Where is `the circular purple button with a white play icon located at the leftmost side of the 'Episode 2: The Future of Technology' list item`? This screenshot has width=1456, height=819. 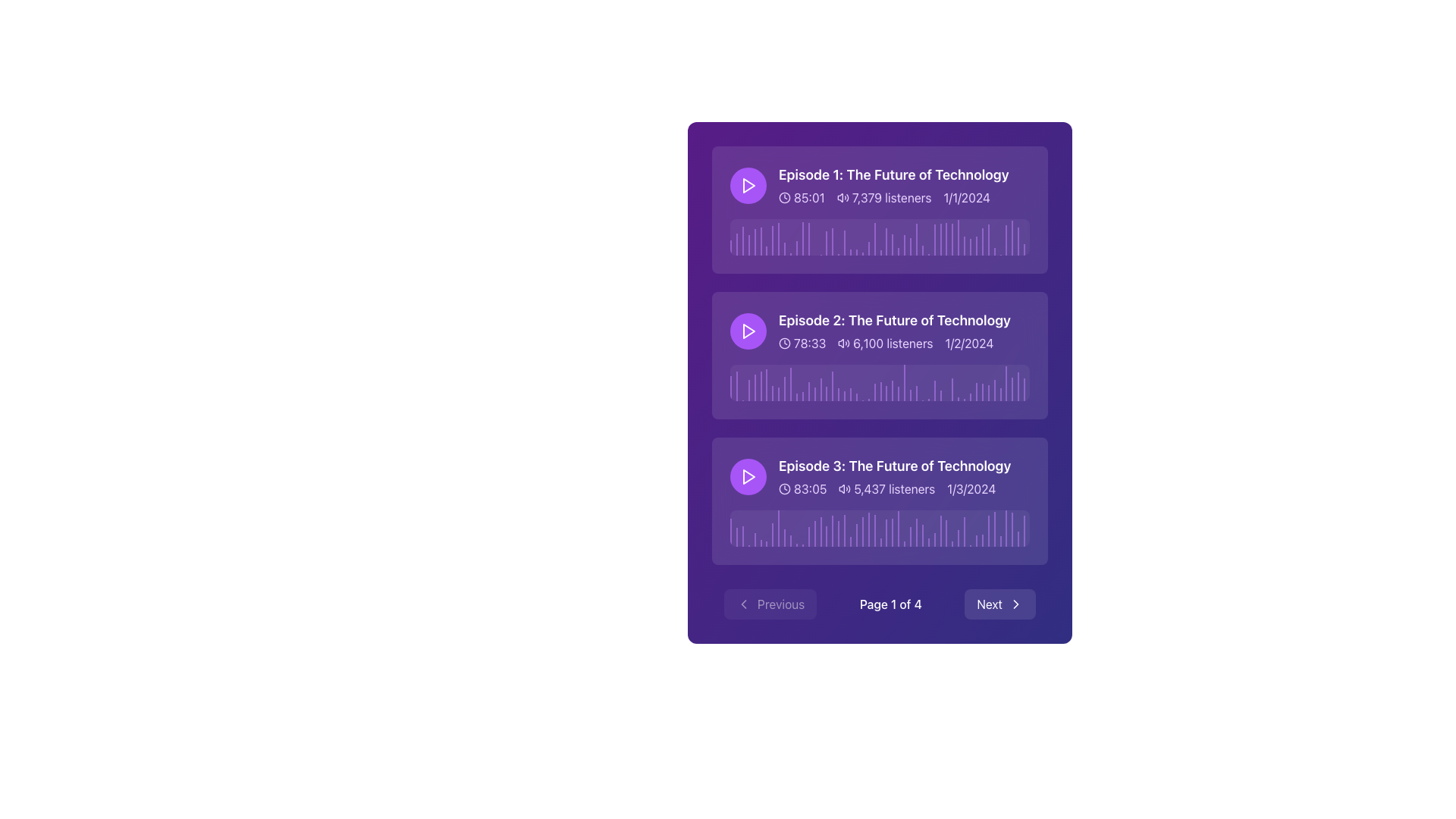 the circular purple button with a white play icon located at the leftmost side of the 'Episode 2: The Future of Technology' list item is located at coordinates (748, 330).